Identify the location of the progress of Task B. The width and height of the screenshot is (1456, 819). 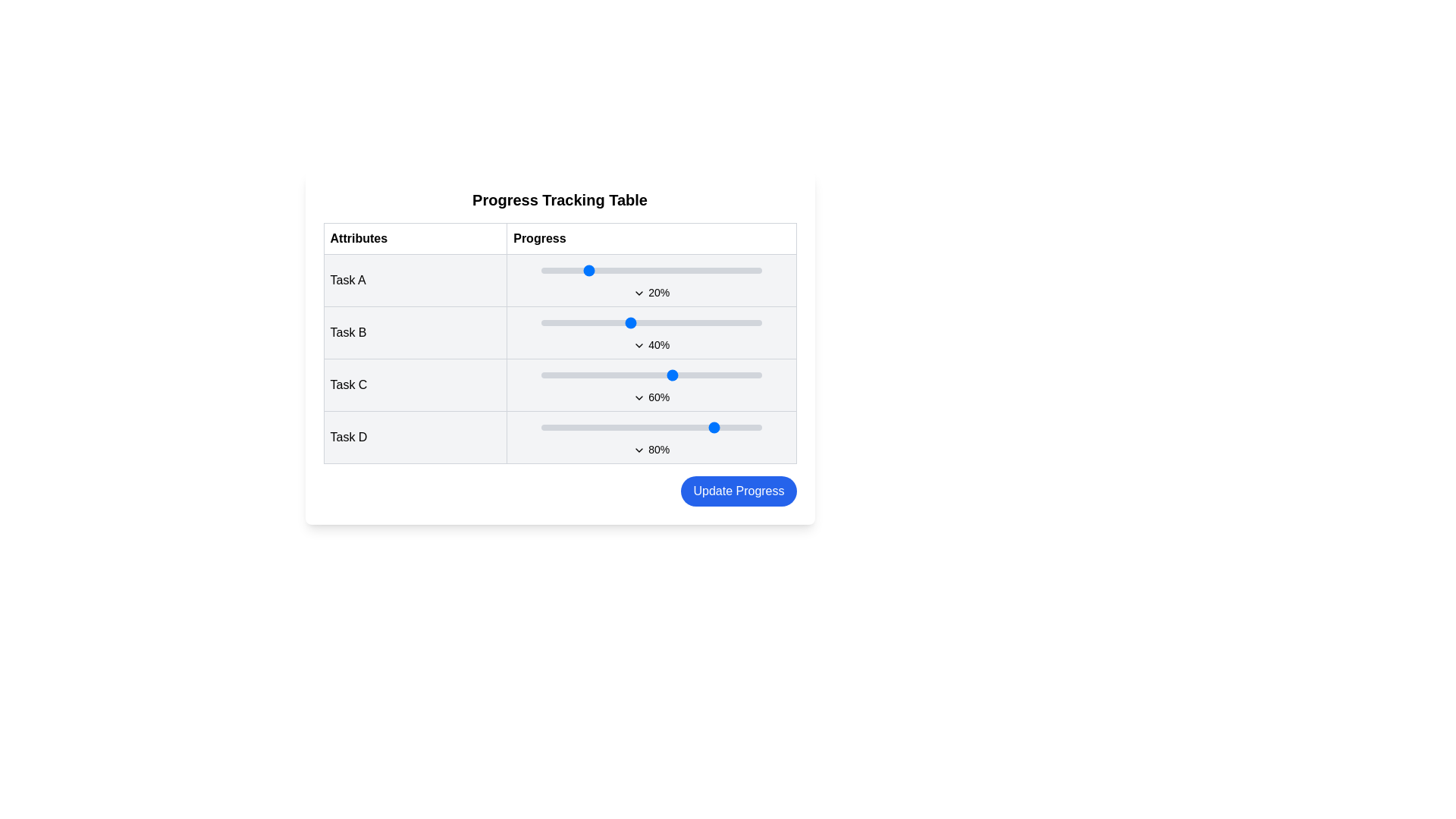
(582, 322).